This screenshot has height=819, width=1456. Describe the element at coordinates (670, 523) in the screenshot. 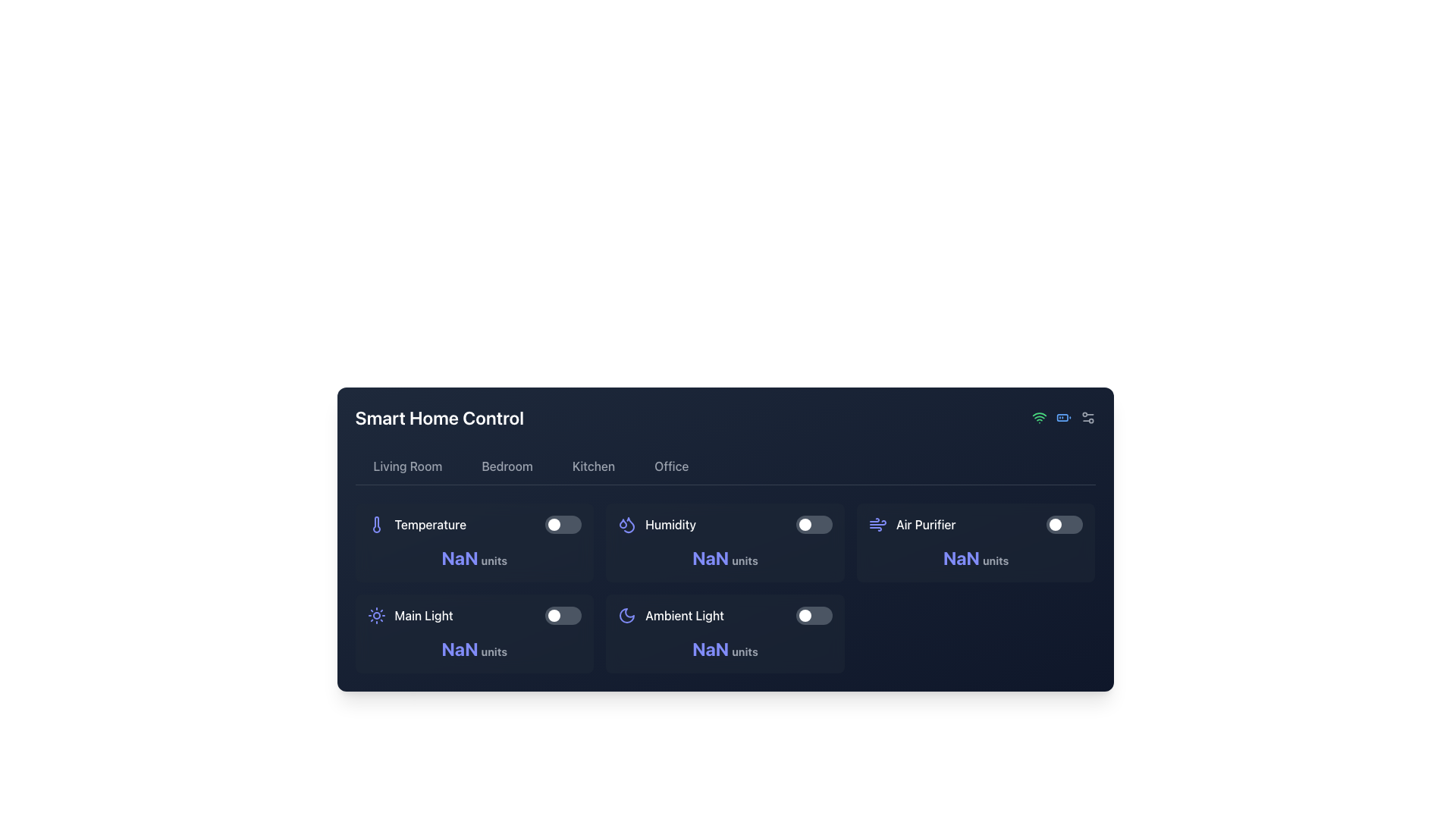

I see `the humidity label in the smart home control interface, which is located in the second column and first row of a 2x2 grid, next to a water droplets icon` at that location.